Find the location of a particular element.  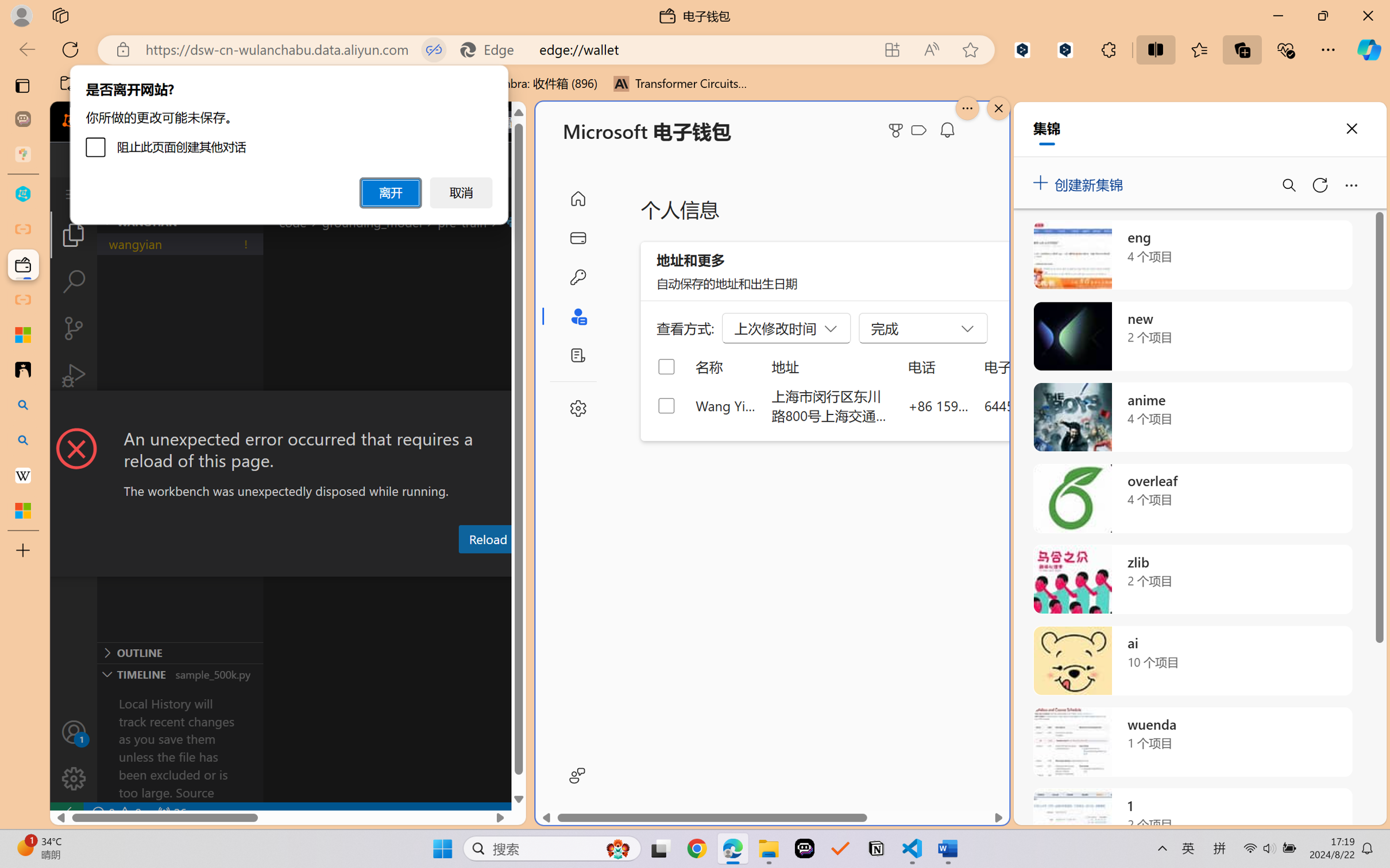

'Transformer Circuits Thread' is located at coordinates (680, 83).